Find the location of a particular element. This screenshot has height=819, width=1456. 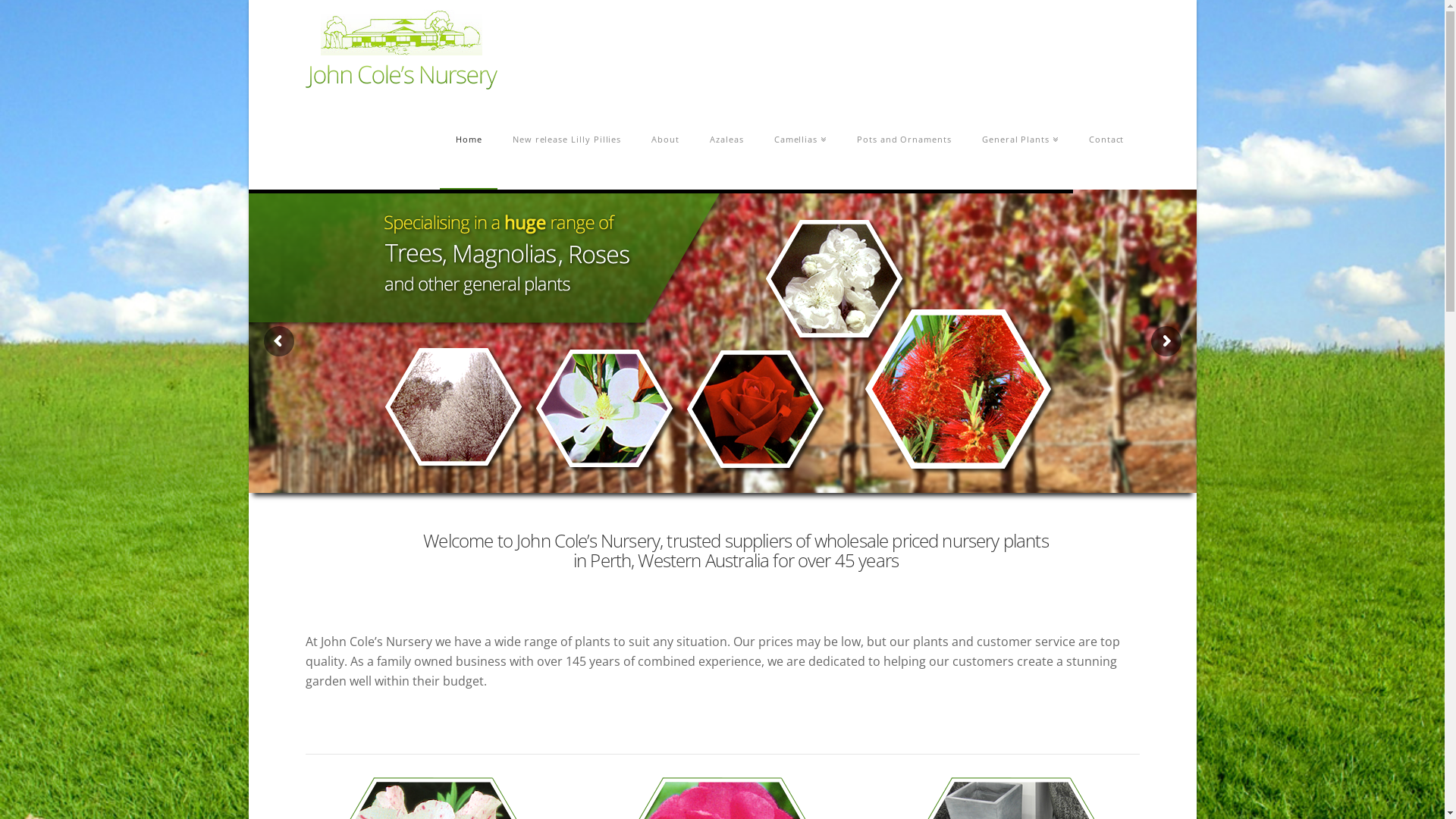

'Contact' is located at coordinates (1073, 138).